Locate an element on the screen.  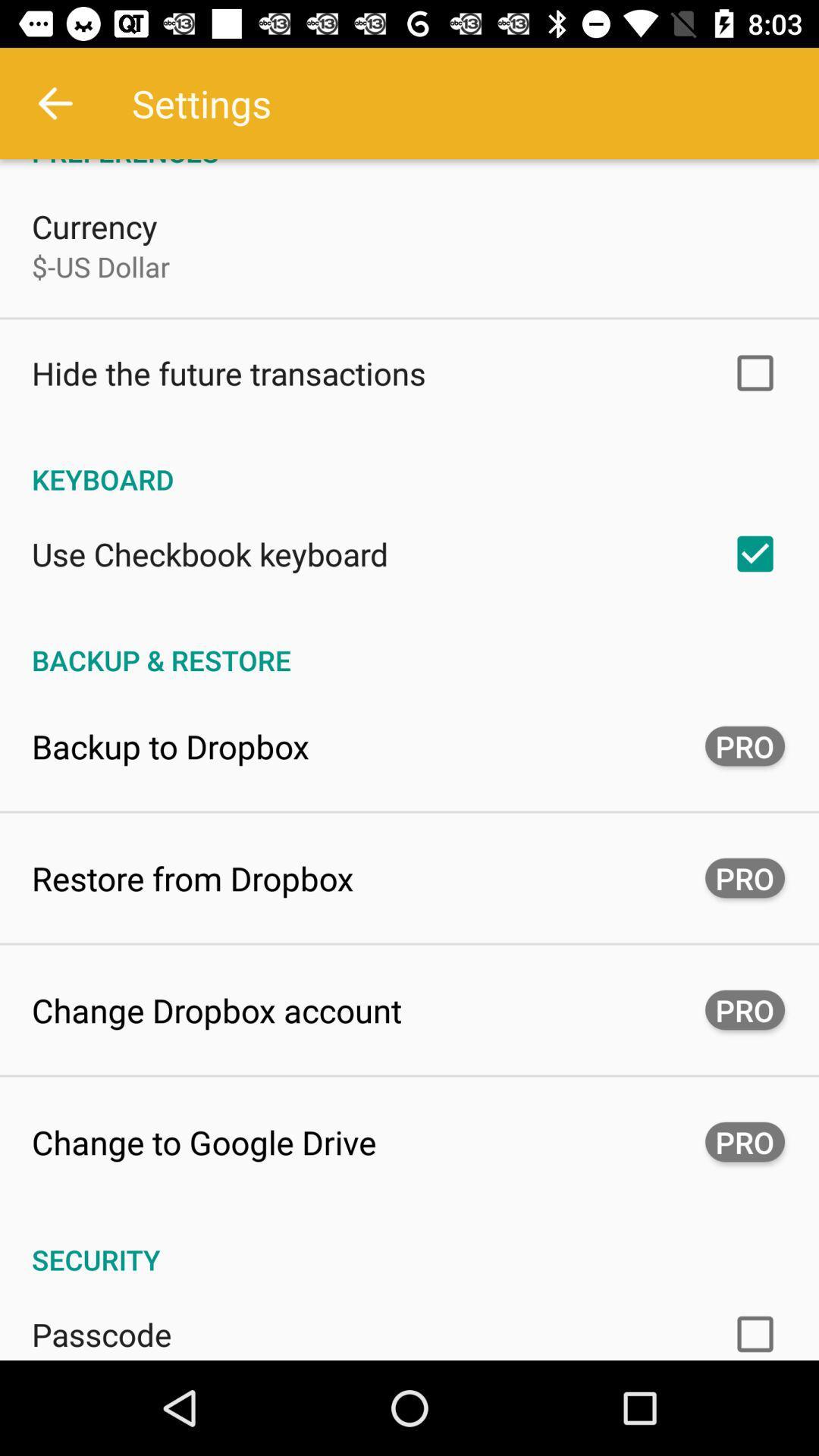
the app above the preferences app is located at coordinates (55, 102).